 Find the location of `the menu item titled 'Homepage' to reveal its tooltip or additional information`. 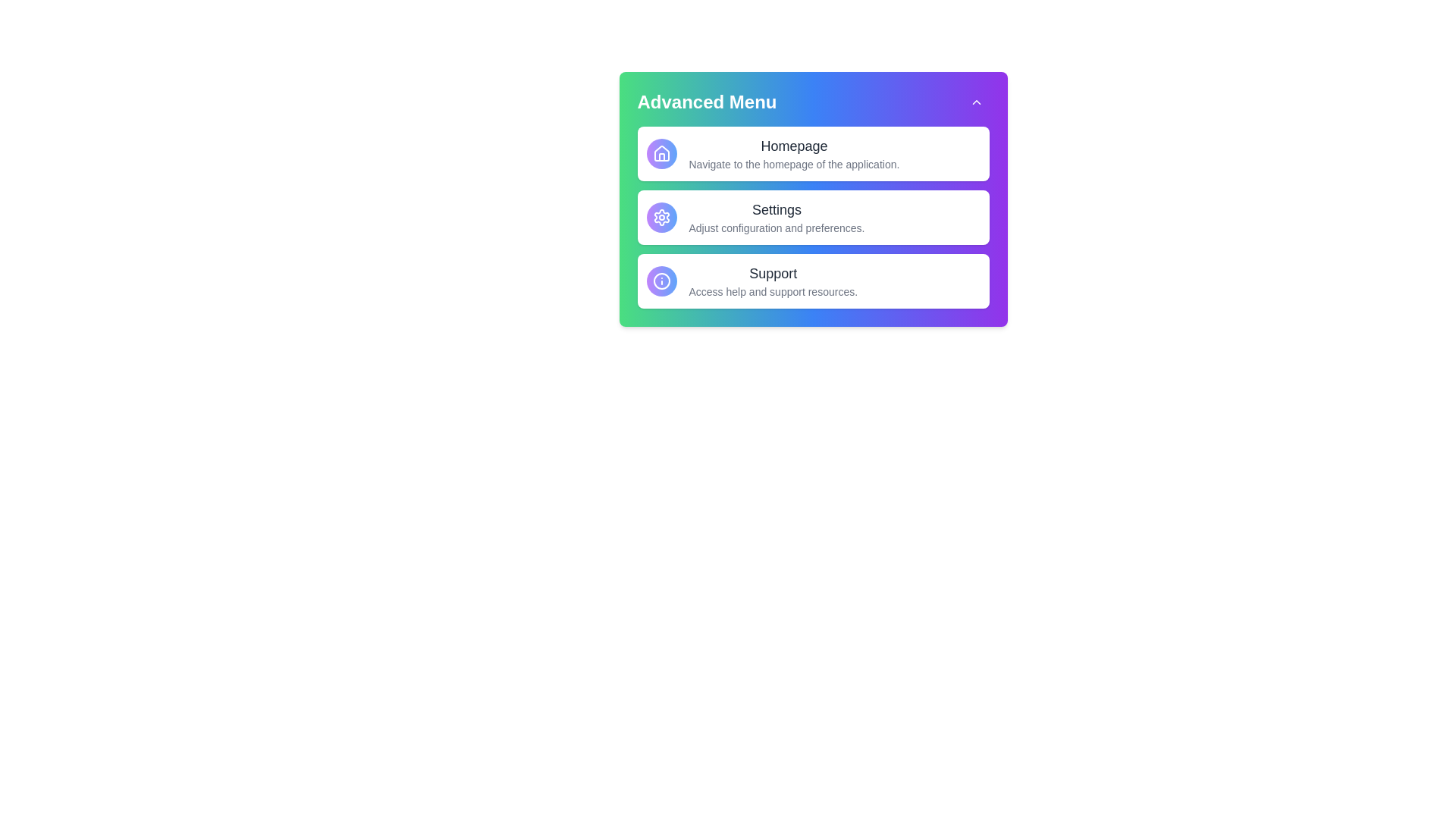

the menu item titled 'Homepage' to reveal its tooltip or additional information is located at coordinates (812, 154).